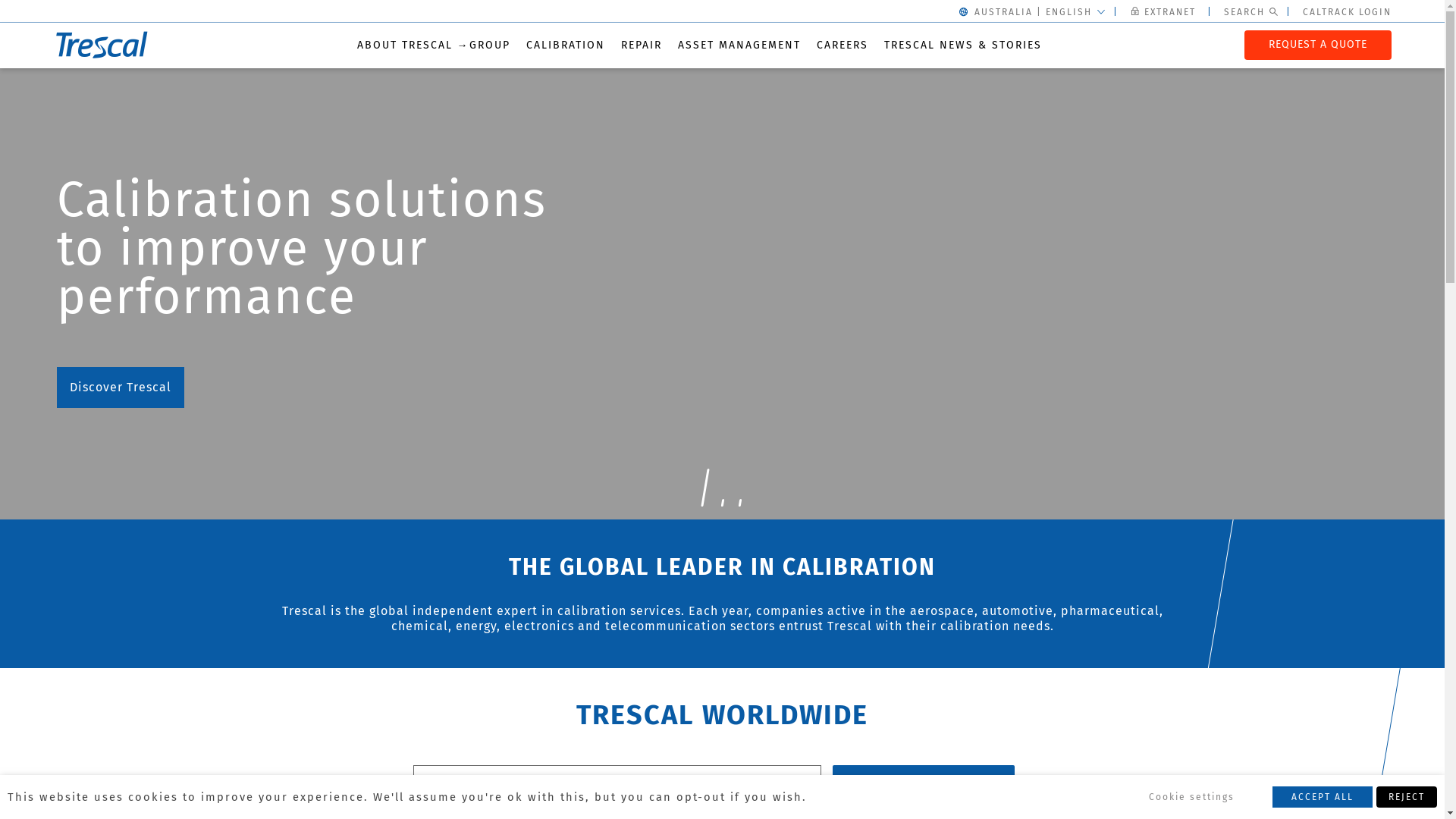  What do you see at coordinates (1164, 11) in the screenshot?
I see `'EXTRANET'` at bounding box center [1164, 11].